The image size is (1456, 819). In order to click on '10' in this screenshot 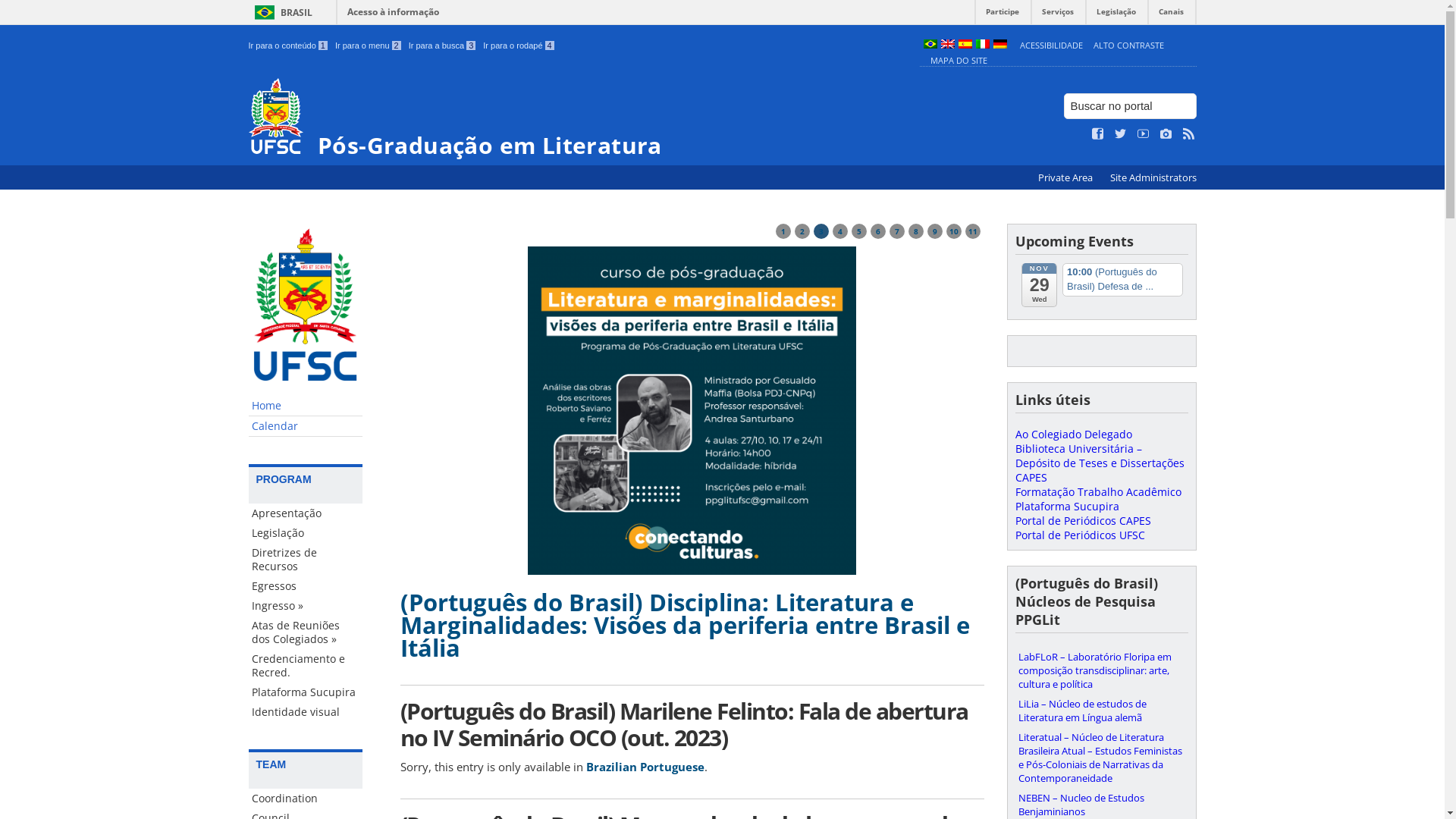, I will do `click(952, 231)`.